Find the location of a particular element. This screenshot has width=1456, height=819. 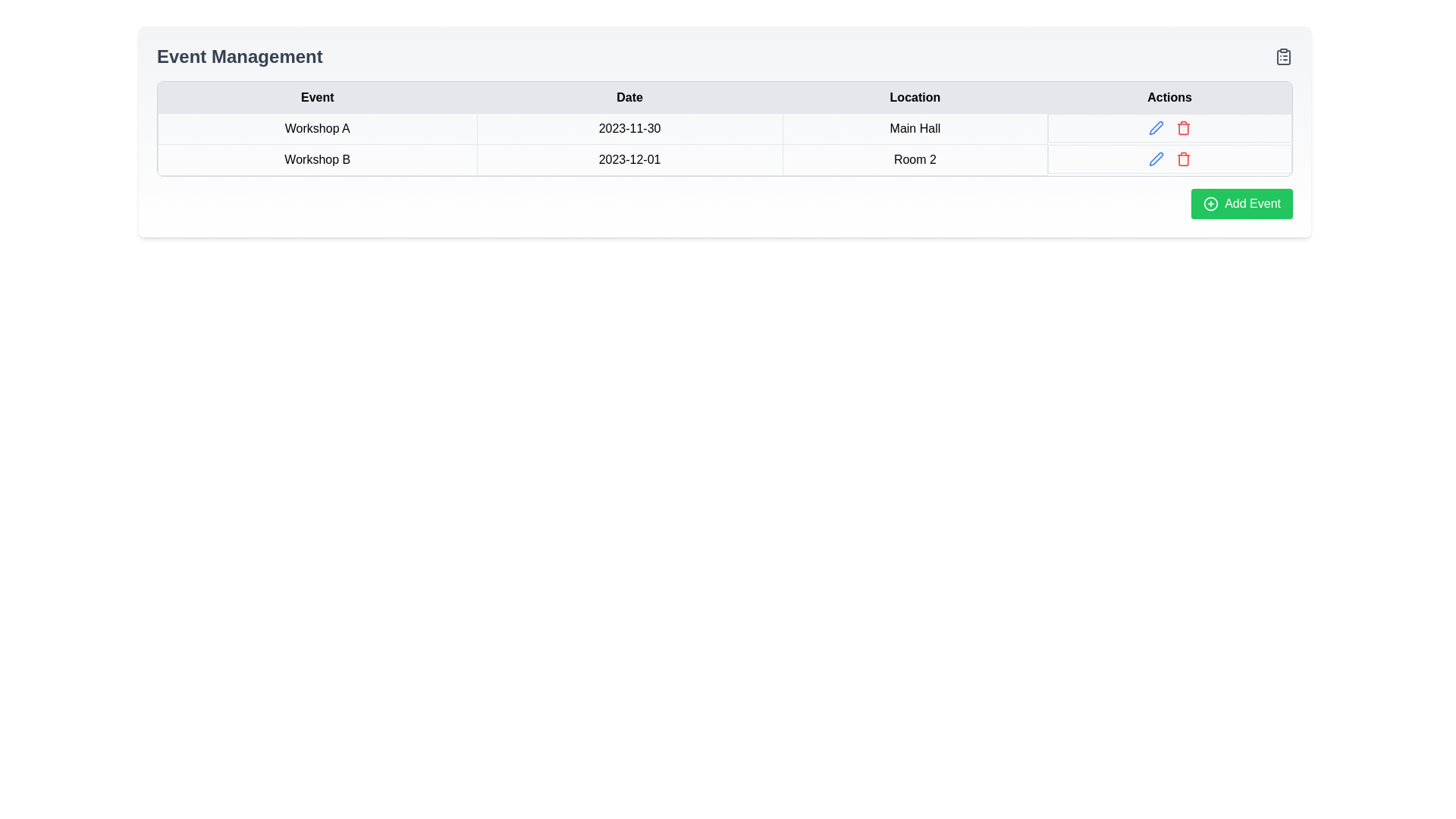

the static text label displaying 'Workshop B' located in the second row and first column of the 'Event Management' section table is located at coordinates (316, 160).